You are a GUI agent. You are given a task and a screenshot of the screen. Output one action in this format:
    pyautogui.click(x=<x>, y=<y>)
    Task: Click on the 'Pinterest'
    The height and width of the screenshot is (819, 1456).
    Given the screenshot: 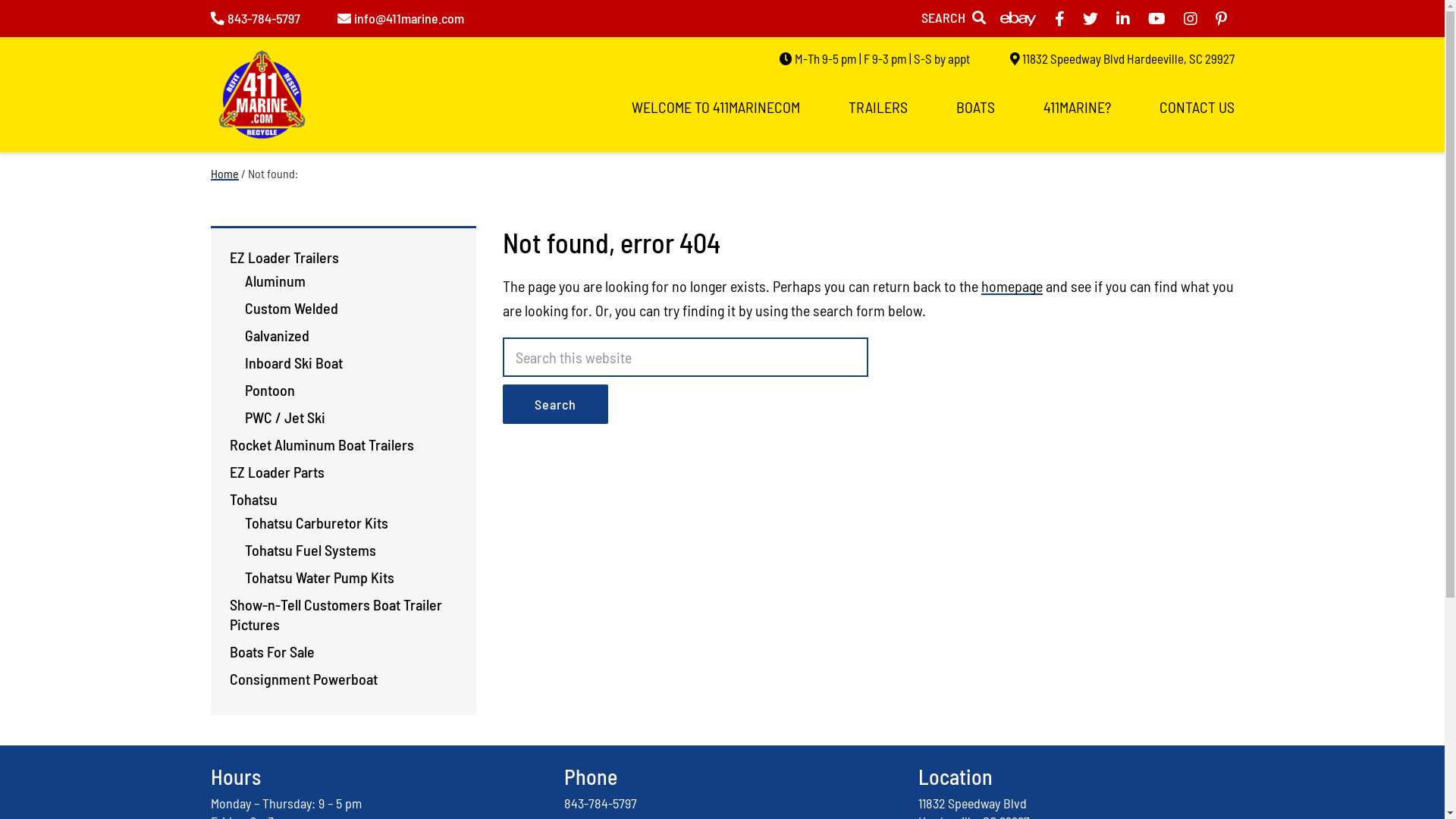 What is the action you would take?
    pyautogui.click(x=1215, y=18)
    